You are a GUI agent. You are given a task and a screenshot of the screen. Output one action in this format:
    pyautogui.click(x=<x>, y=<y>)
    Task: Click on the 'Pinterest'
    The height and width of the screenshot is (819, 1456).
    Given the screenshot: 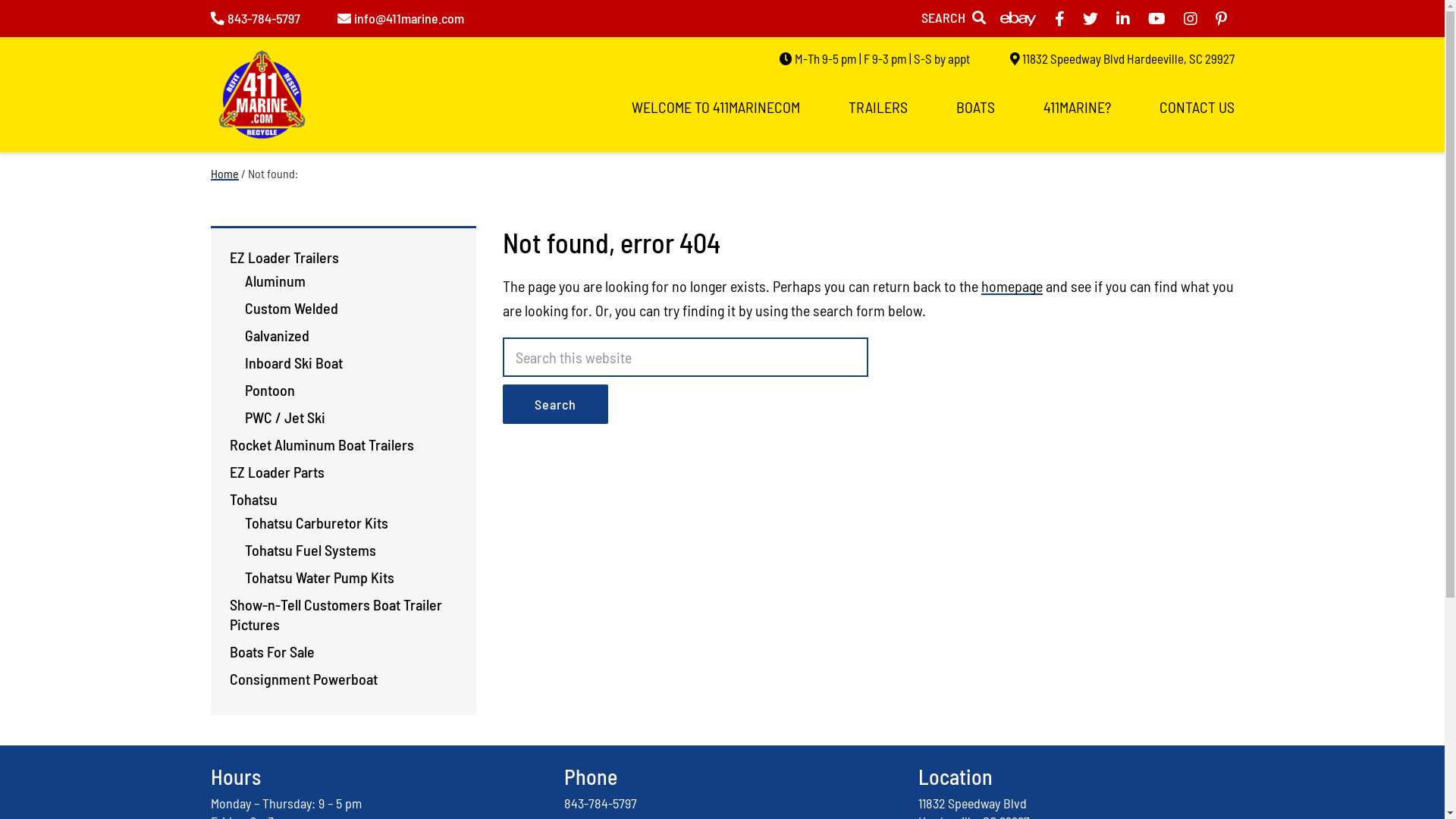 What is the action you would take?
    pyautogui.click(x=1215, y=18)
    